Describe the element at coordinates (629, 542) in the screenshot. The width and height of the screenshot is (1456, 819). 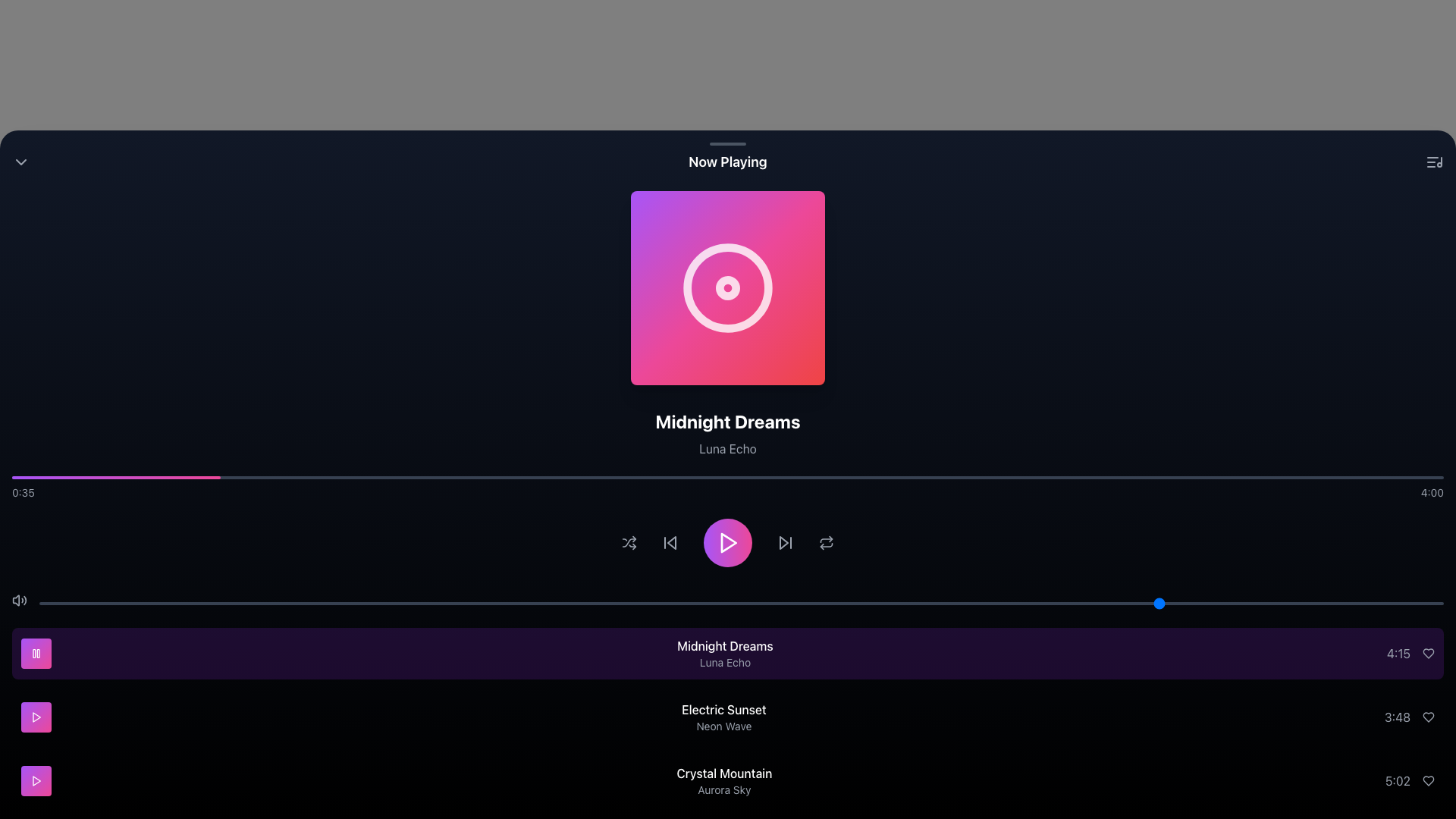
I see `the first icon in the row of controls below the album artwork and track title section` at that location.